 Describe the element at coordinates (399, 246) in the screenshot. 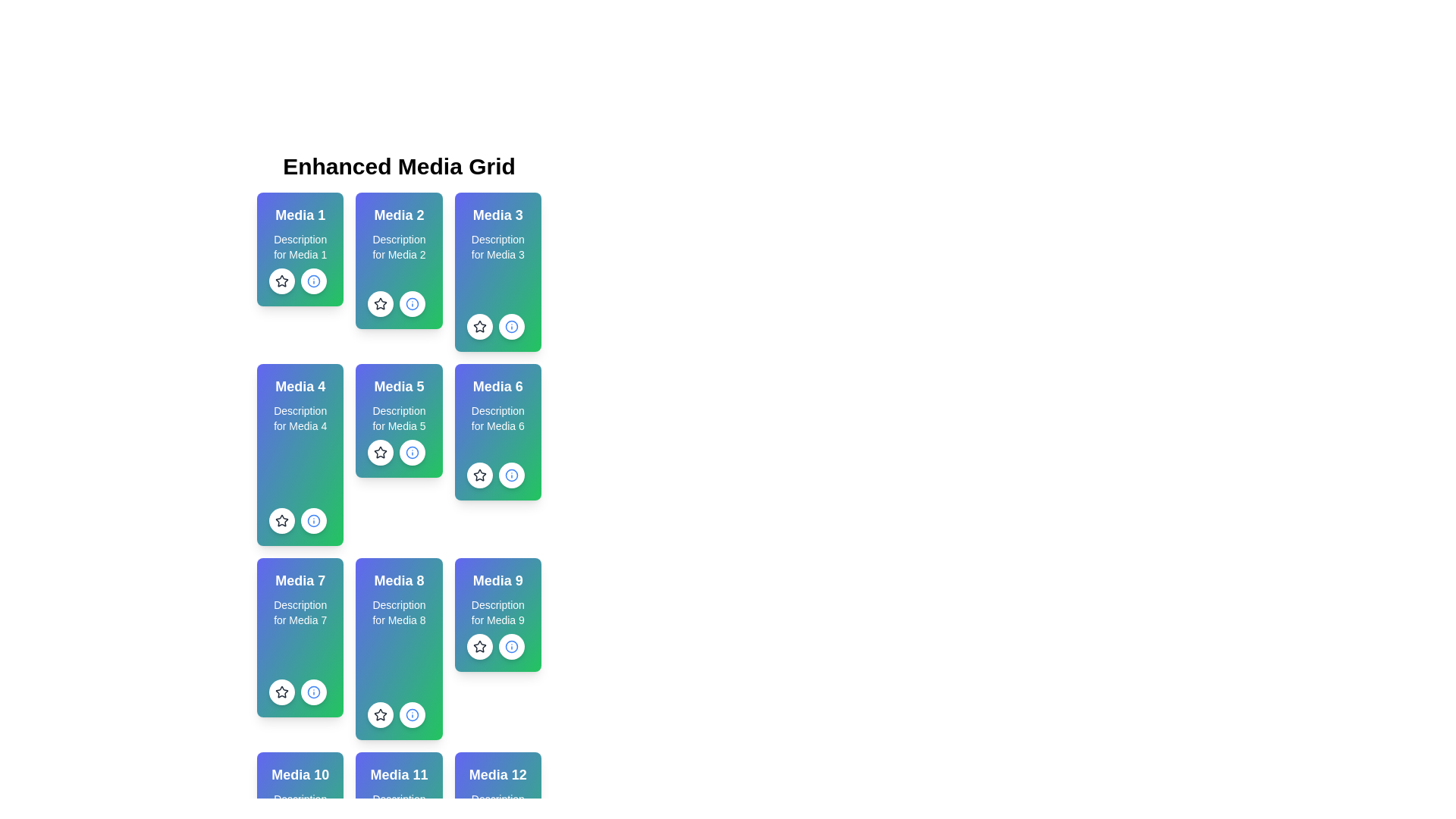

I see `the static text display that reads 'Description for Media 2', which is styled in a smaller font size and white color, positioned below the title 'Media 2'` at that location.